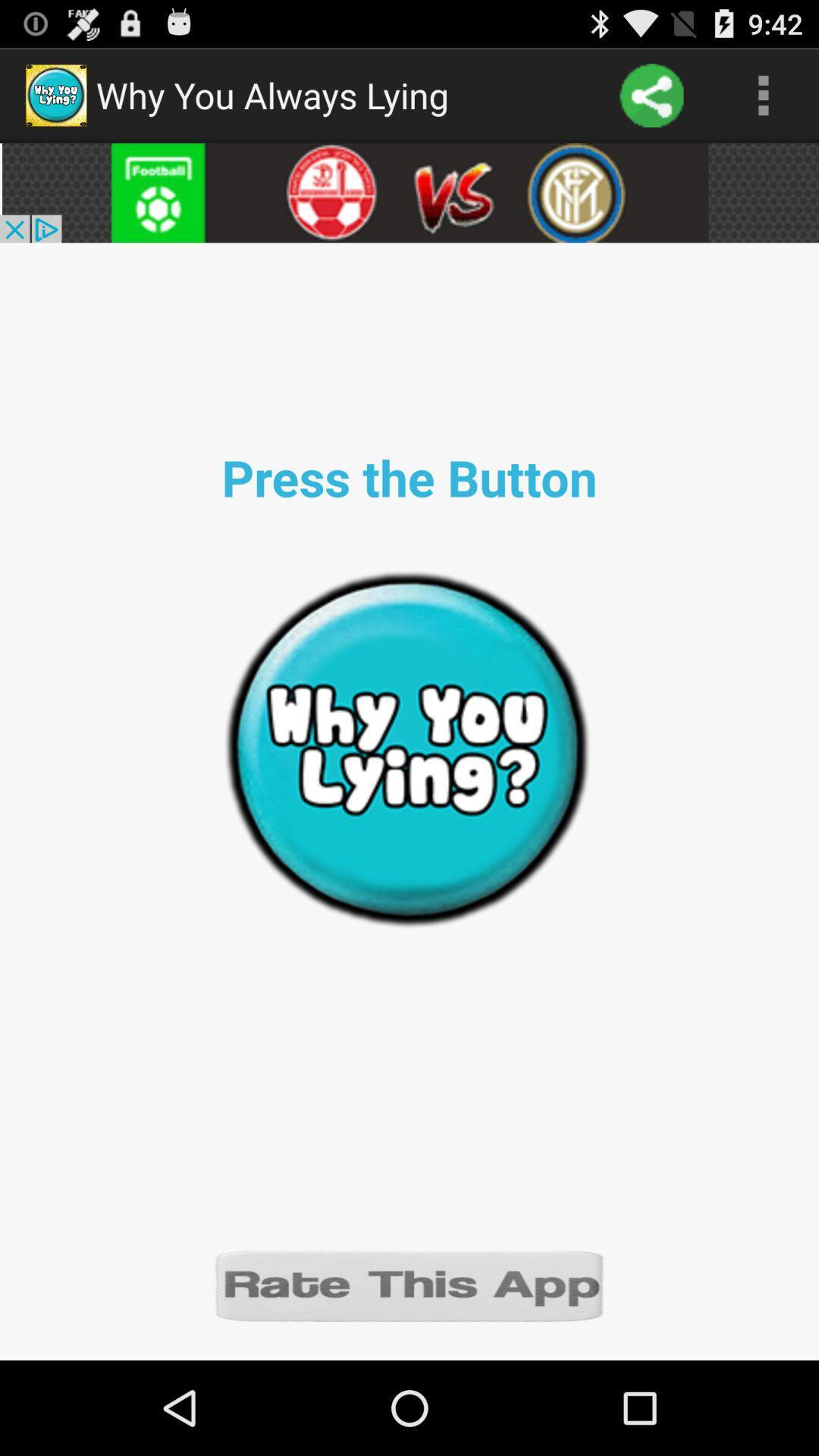 Image resolution: width=819 pixels, height=1456 pixels. Describe the element at coordinates (409, 192) in the screenshot. I see `advertisement` at that location.